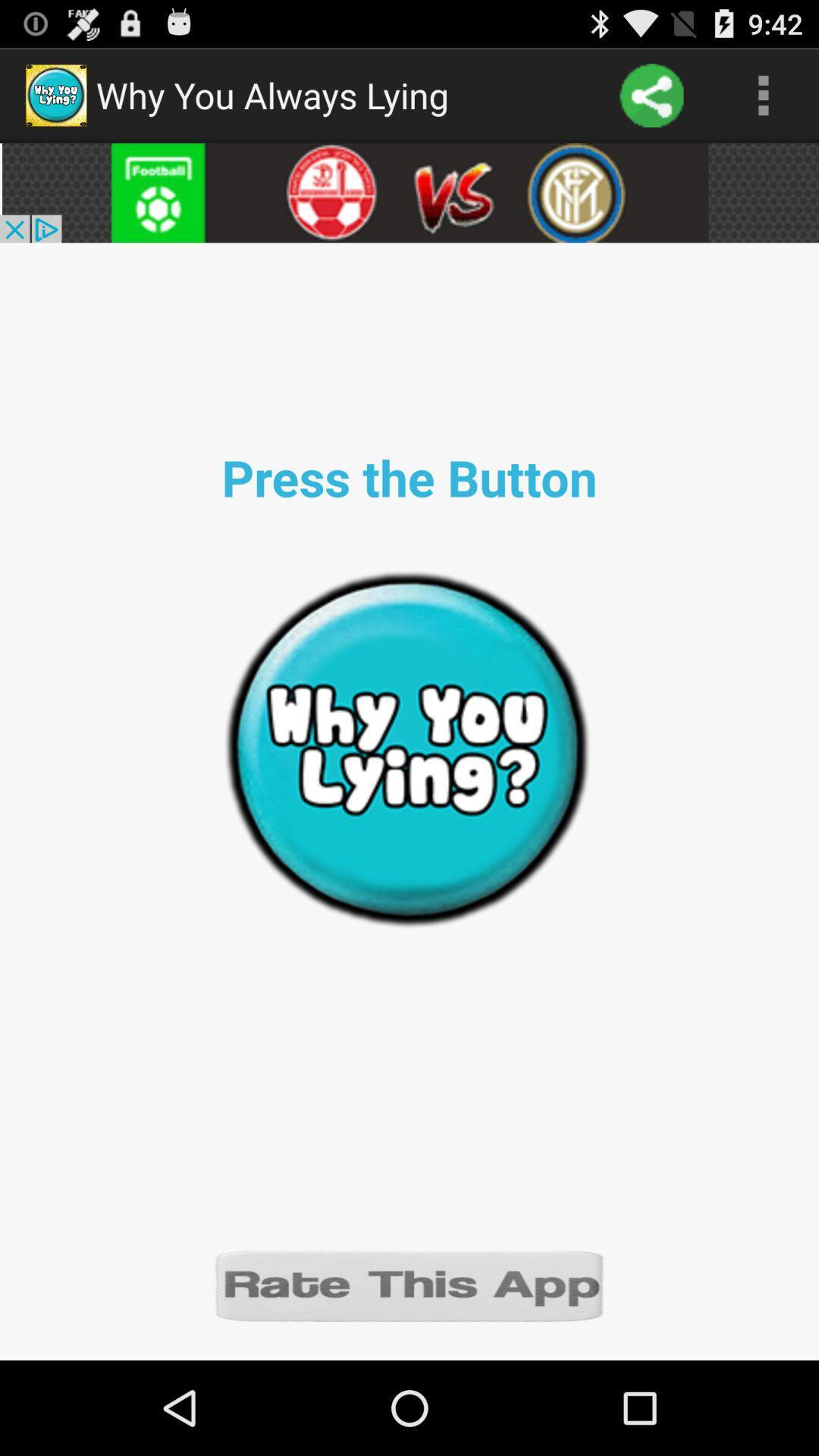 Image resolution: width=819 pixels, height=1456 pixels. Describe the element at coordinates (409, 192) in the screenshot. I see `advertisement` at that location.